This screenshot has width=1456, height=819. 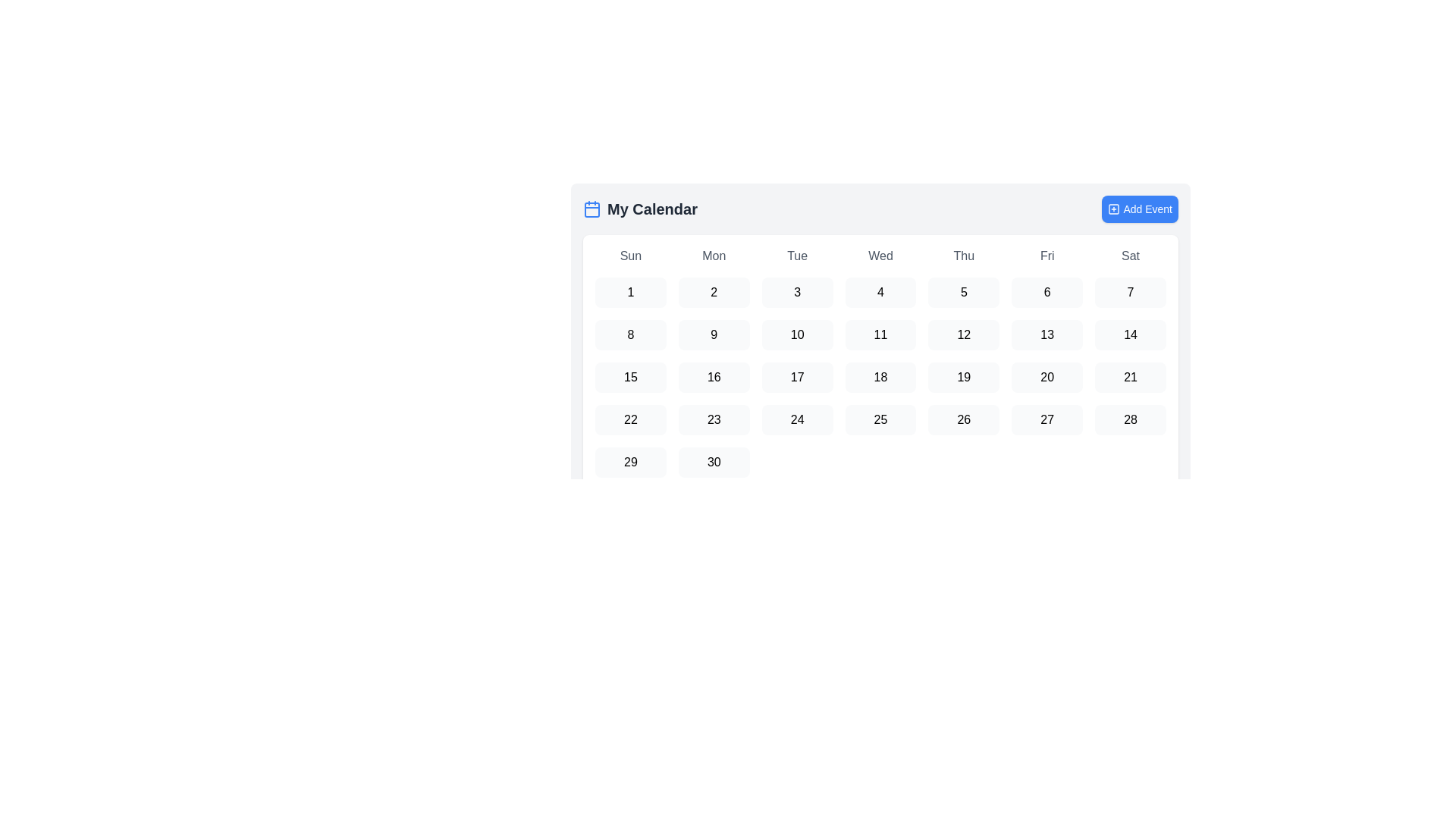 I want to click on the text element labeled 'Thu', which is styled in gray and located in the header section of a calendar grid, representing Thursday, so click(x=963, y=256).